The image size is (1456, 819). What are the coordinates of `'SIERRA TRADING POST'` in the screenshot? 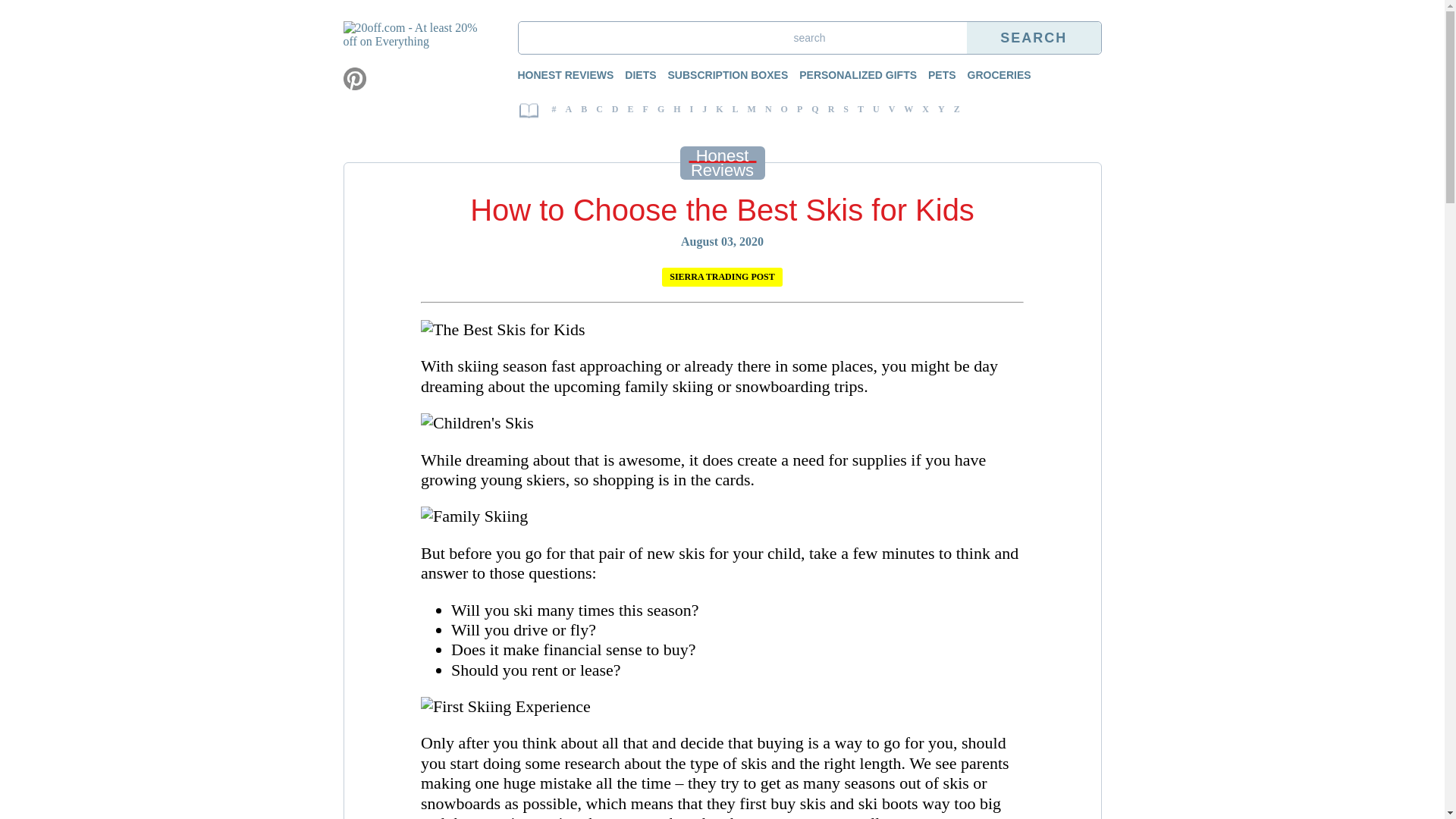 It's located at (720, 277).